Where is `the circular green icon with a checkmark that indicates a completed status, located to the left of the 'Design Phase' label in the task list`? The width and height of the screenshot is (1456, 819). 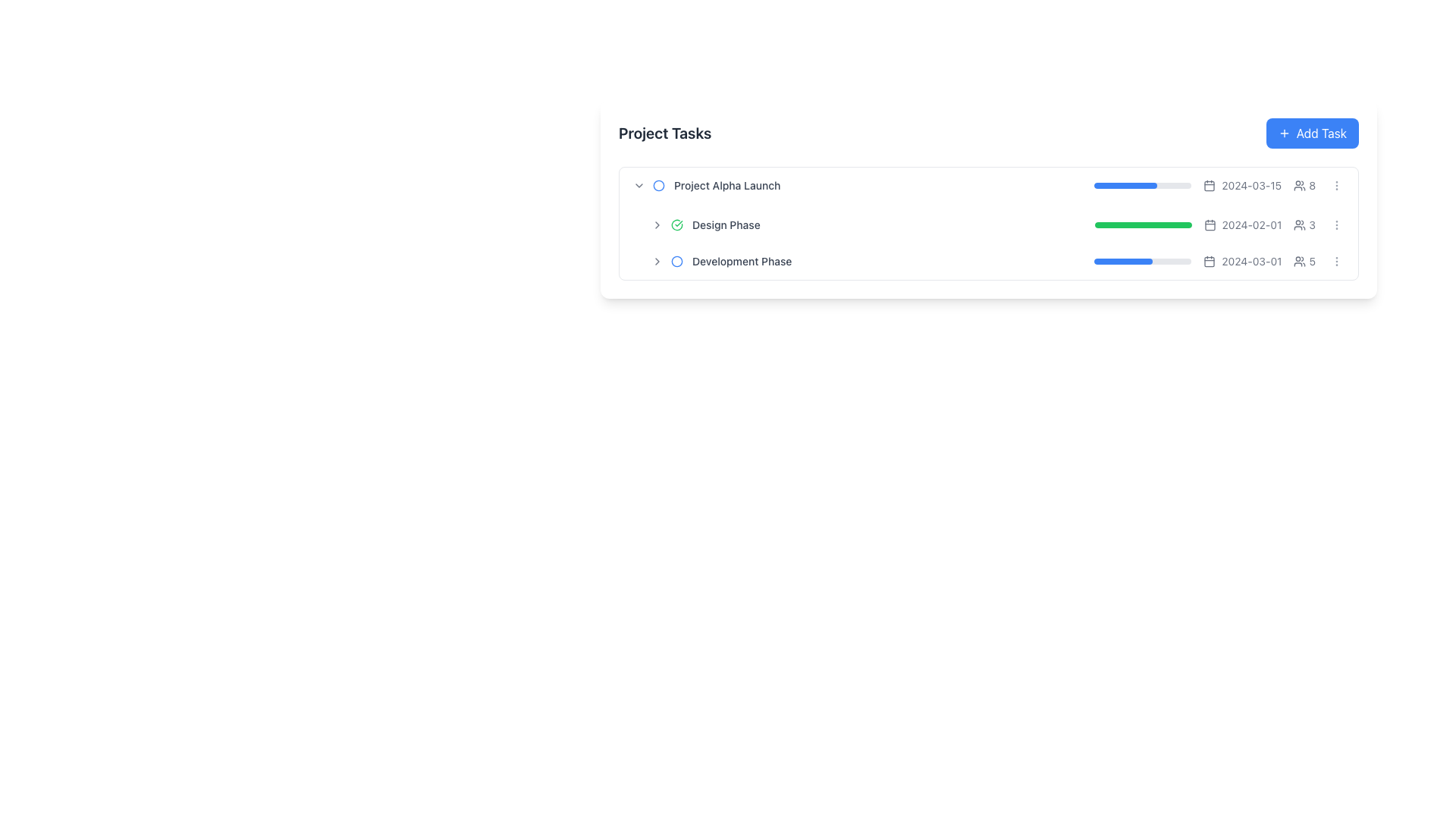 the circular green icon with a checkmark that indicates a completed status, located to the left of the 'Design Phase' label in the task list is located at coordinates (676, 225).